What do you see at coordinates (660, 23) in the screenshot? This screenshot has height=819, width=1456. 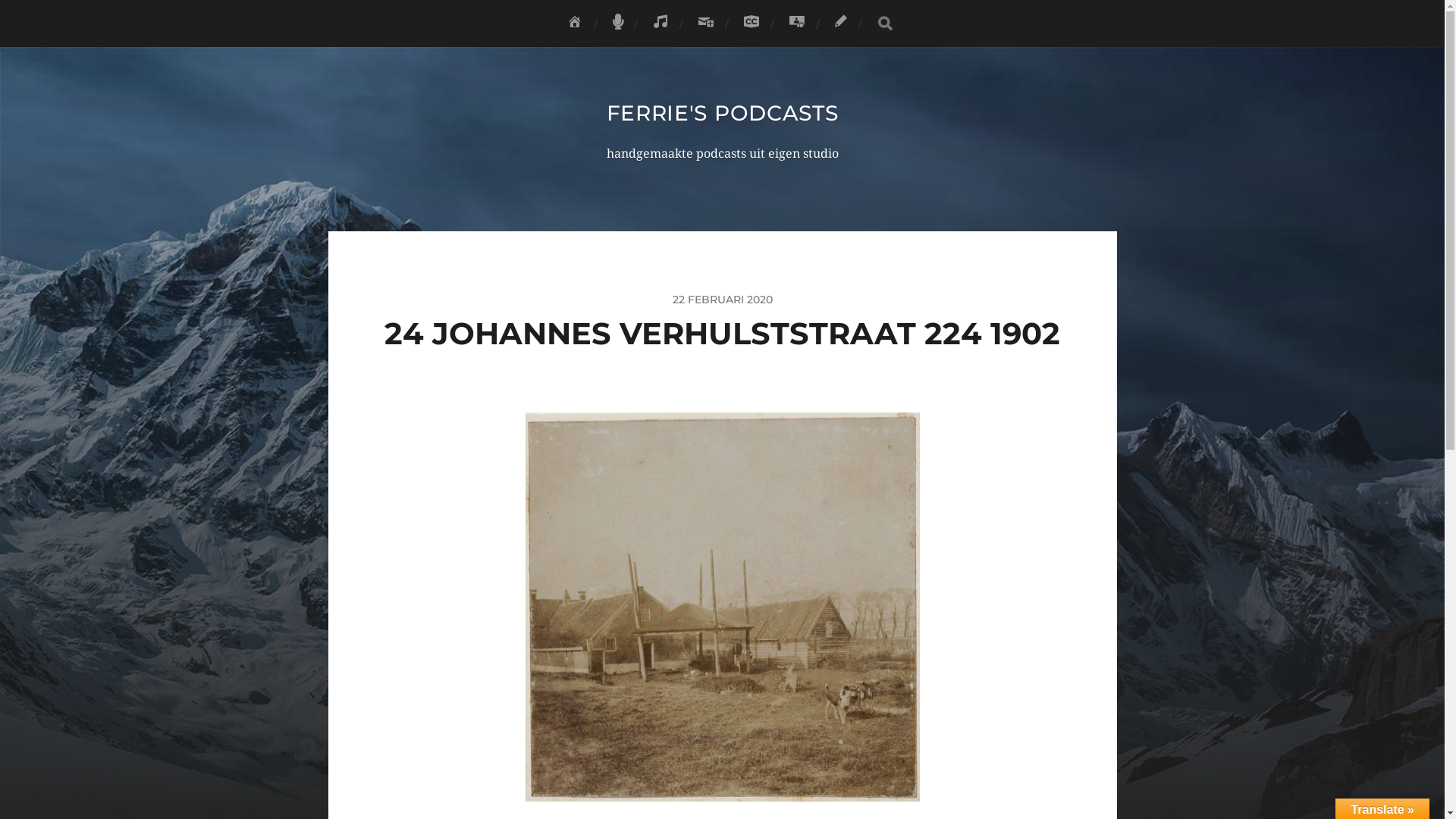 I see `'FAC'` at bounding box center [660, 23].